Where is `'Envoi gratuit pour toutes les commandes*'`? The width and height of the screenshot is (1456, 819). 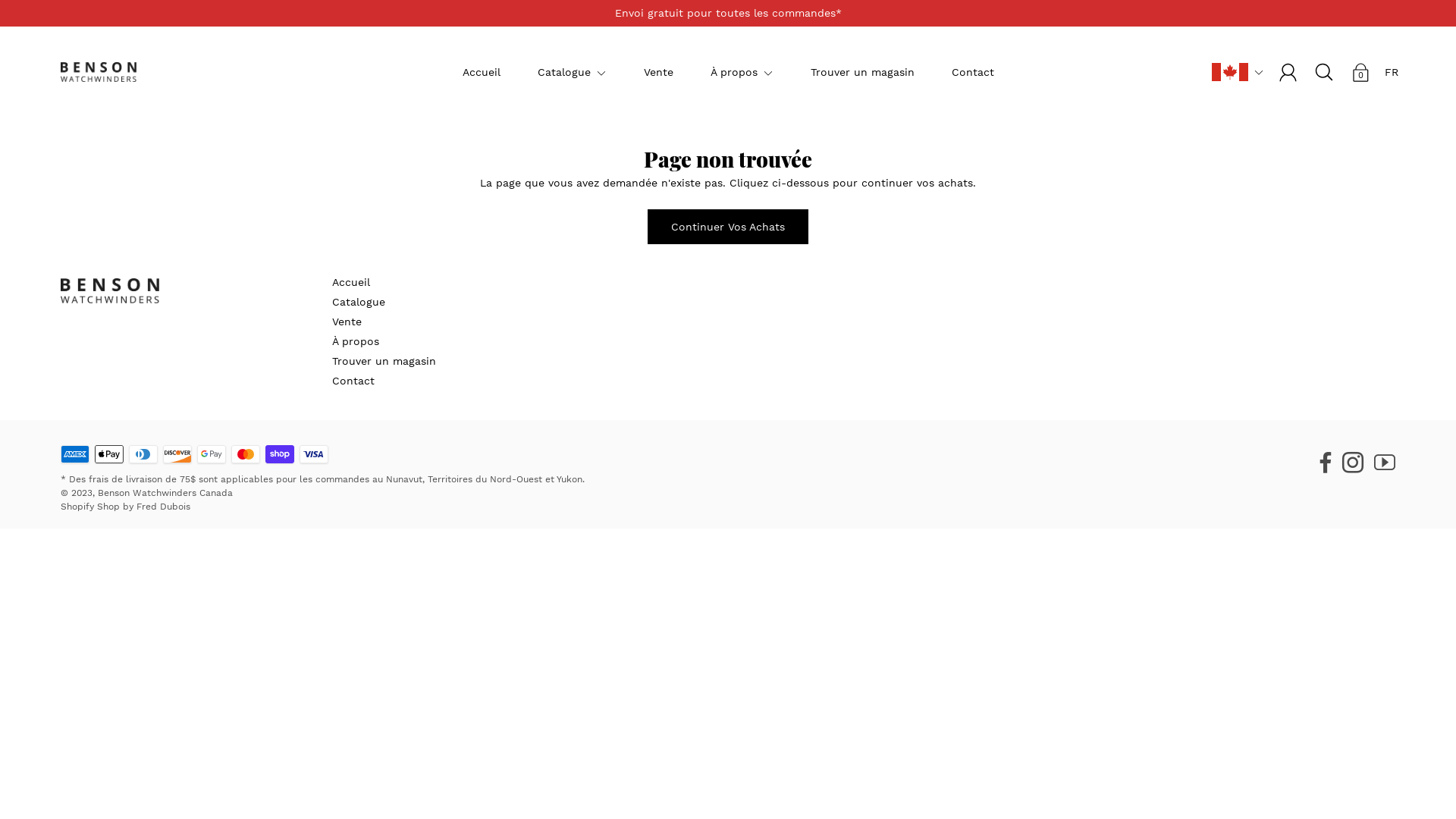 'Envoi gratuit pour toutes les commandes*' is located at coordinates (728, 13).